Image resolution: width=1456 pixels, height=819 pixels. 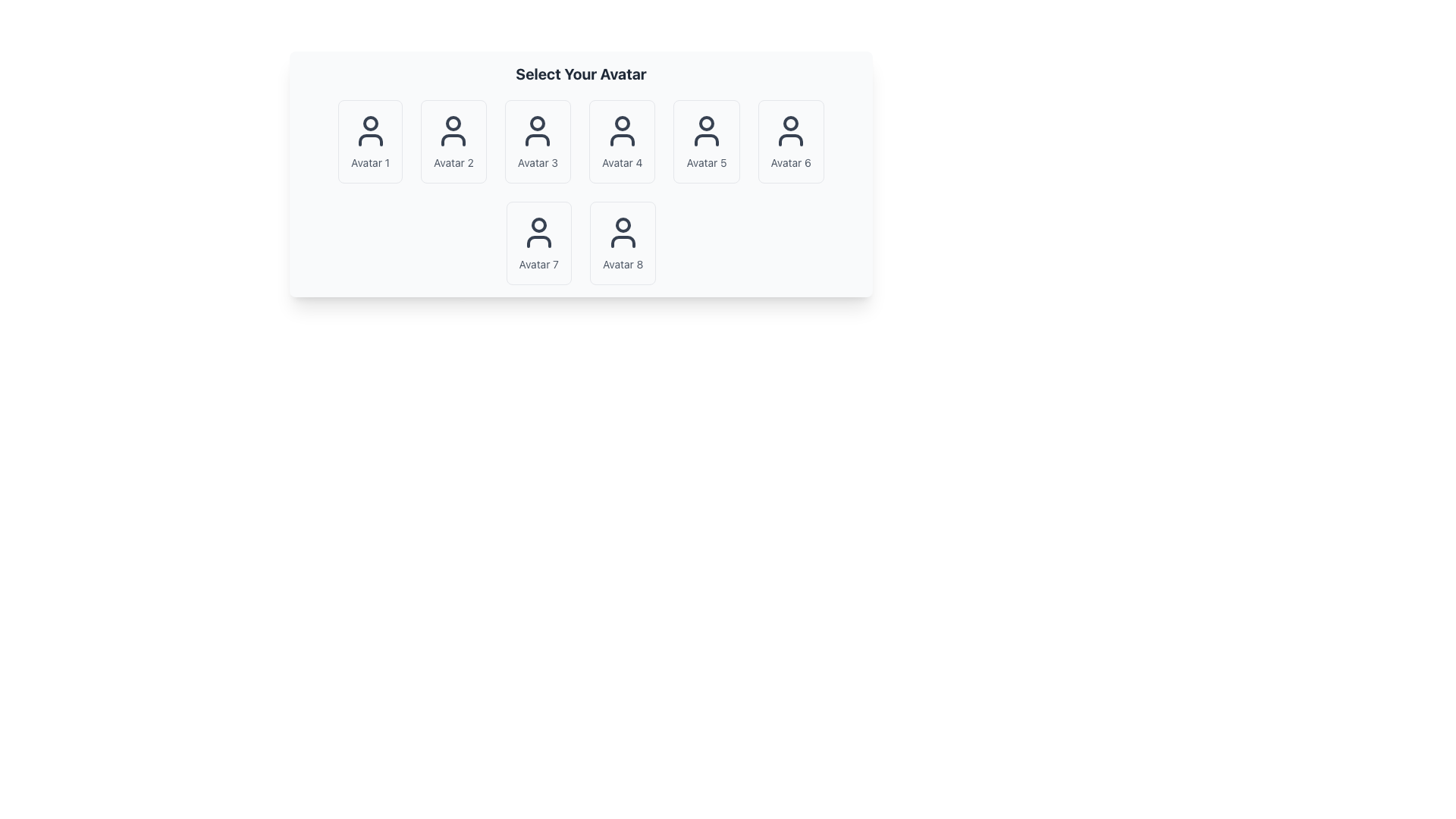 What do you see at coordinates (370, 130) in the screenshot?
I see `the user icon in the first avatar selection card labeled 'Avatar 1', which is styled with a simple outline design and dark gray color` at bounding box center [370, 130].